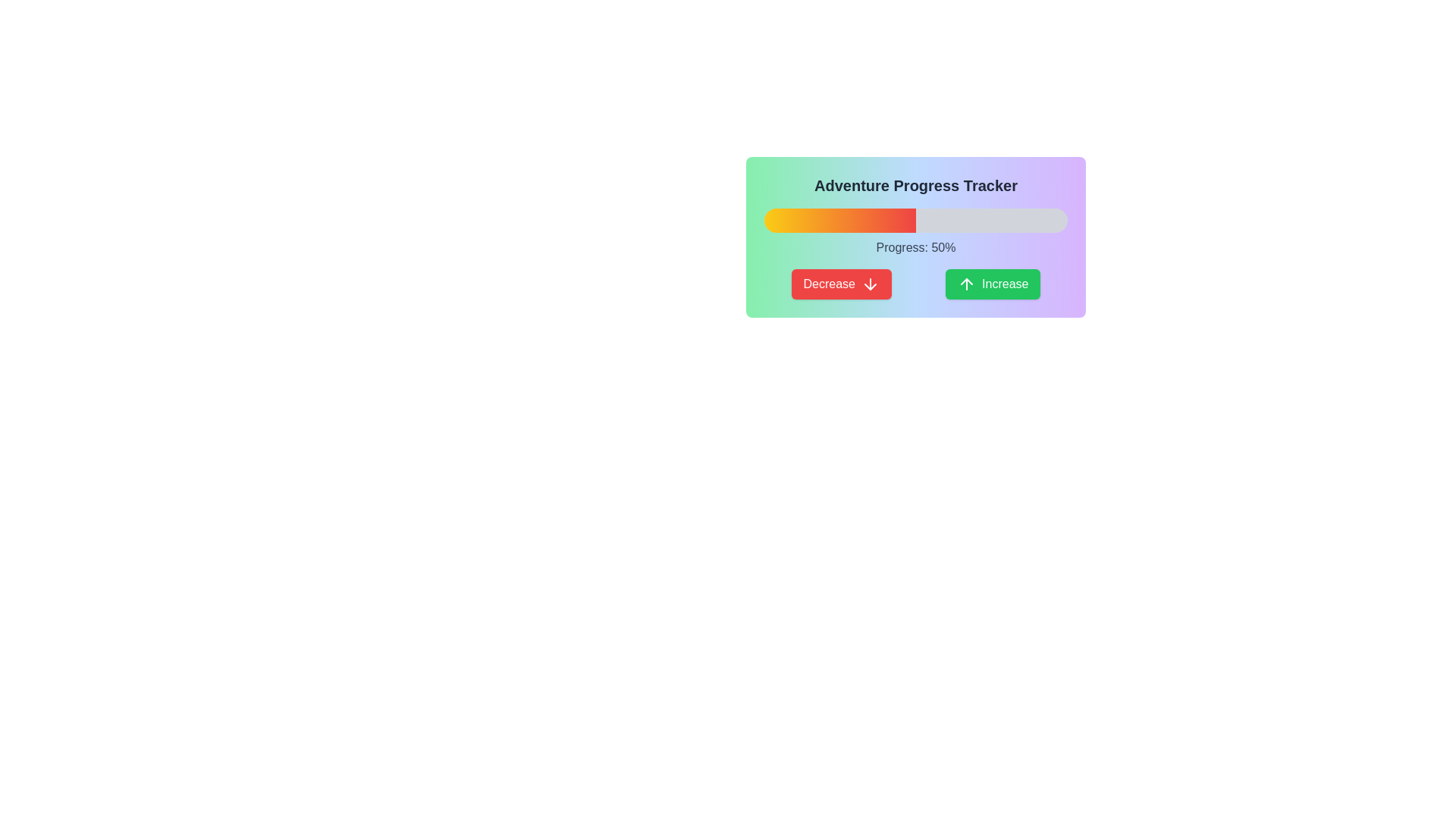 The image size is (1456, 819). I want to click on the icon located to the left of the text label in the 'Increase' button, which is positioned on the right side of the interface below the progress bar area, so click(966, 284).